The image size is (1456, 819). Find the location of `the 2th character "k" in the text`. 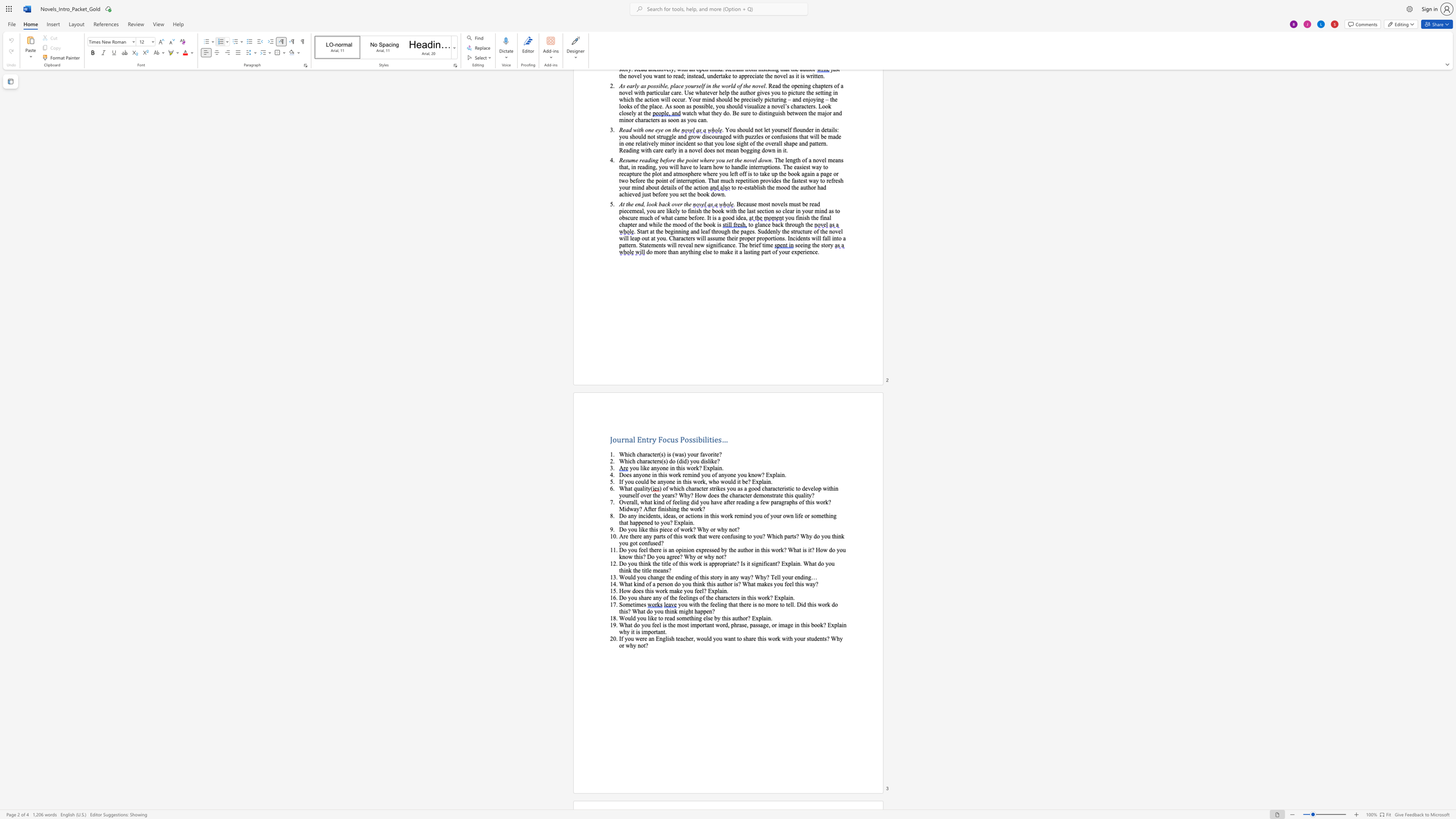

the 2th character "k" in the text is located at coordinates (842, 536).